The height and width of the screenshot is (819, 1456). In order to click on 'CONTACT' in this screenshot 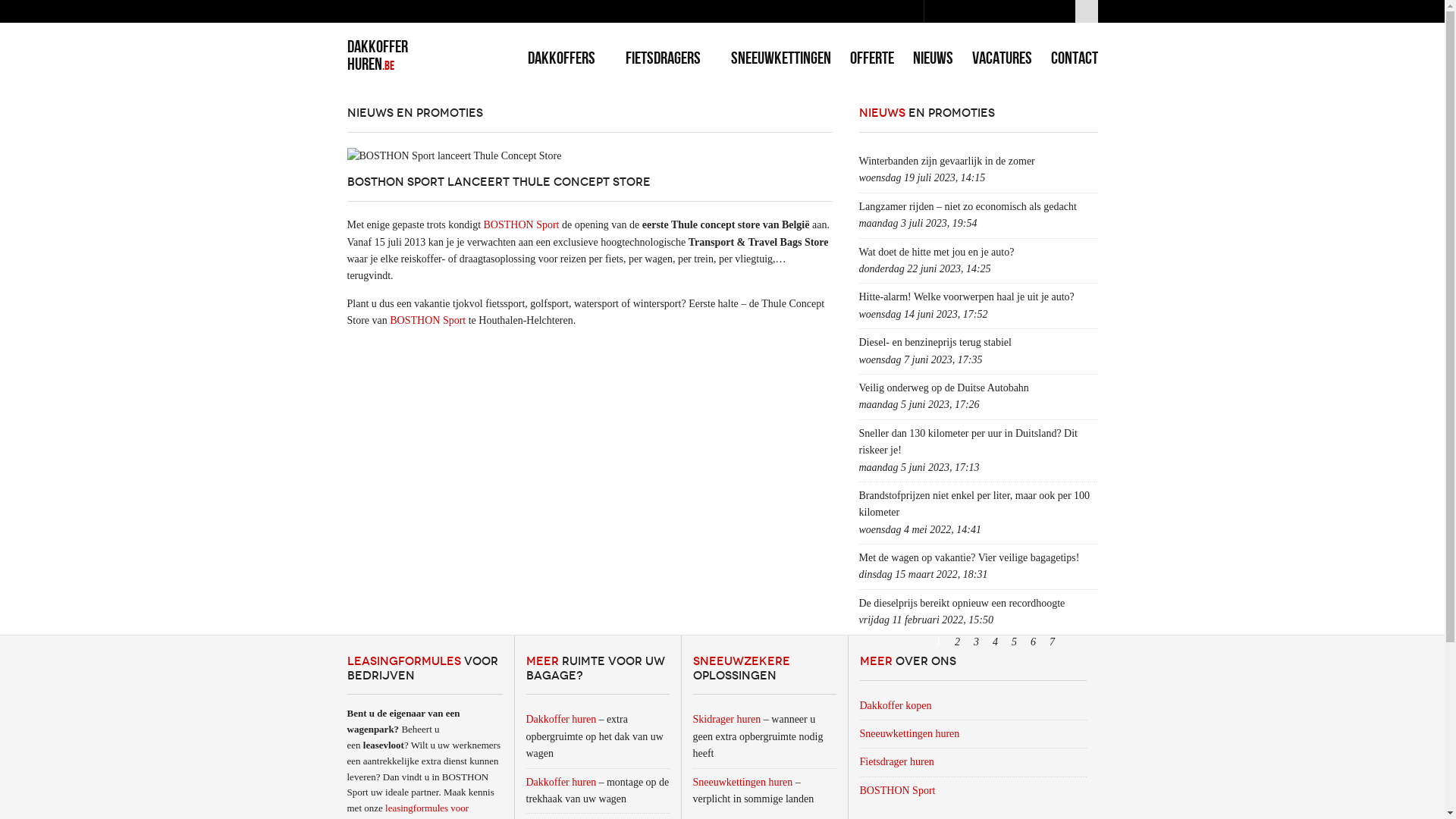, I will do `click(1073, 57)`.